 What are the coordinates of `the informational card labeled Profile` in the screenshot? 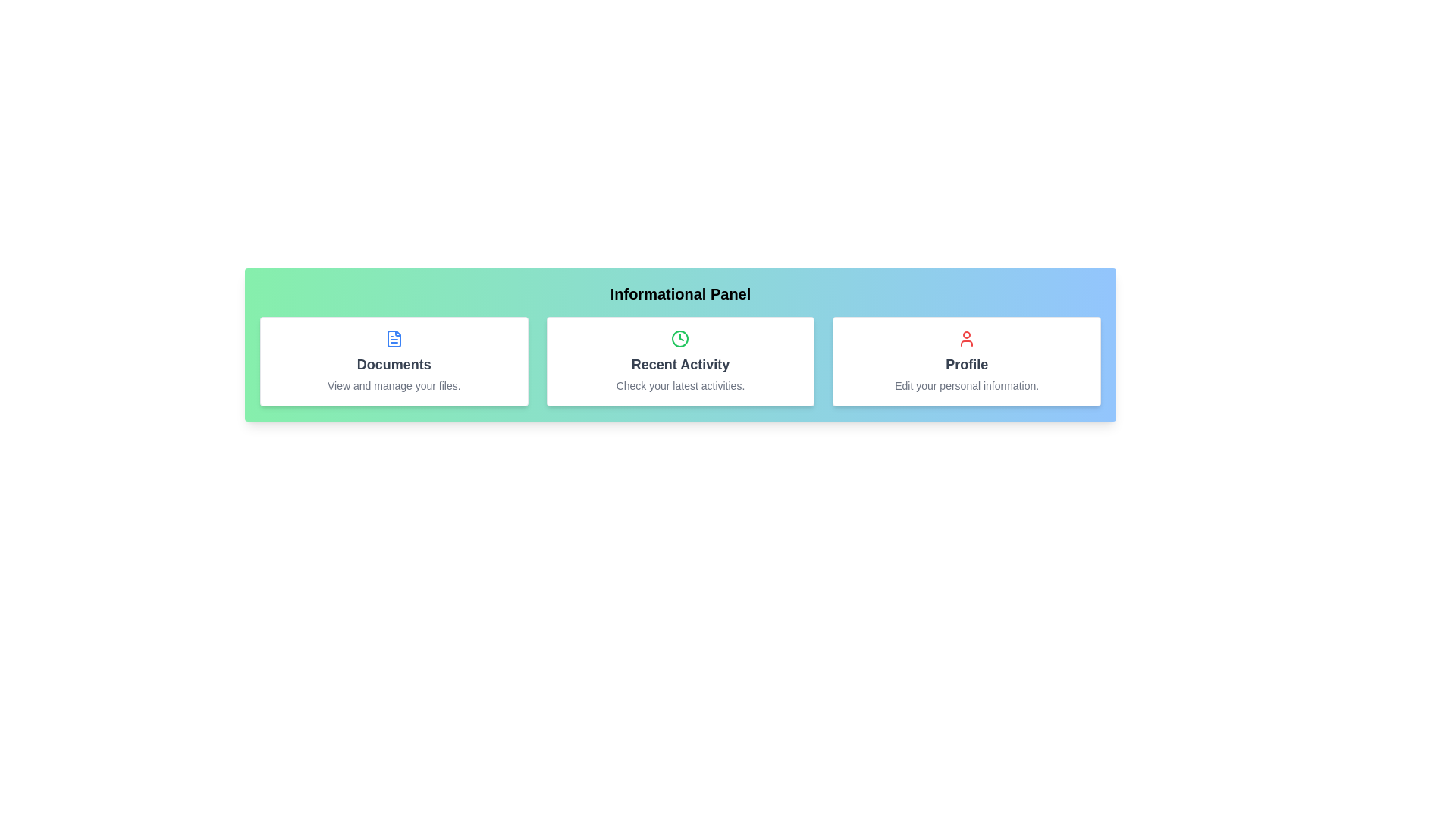 It's located at (966, 362).